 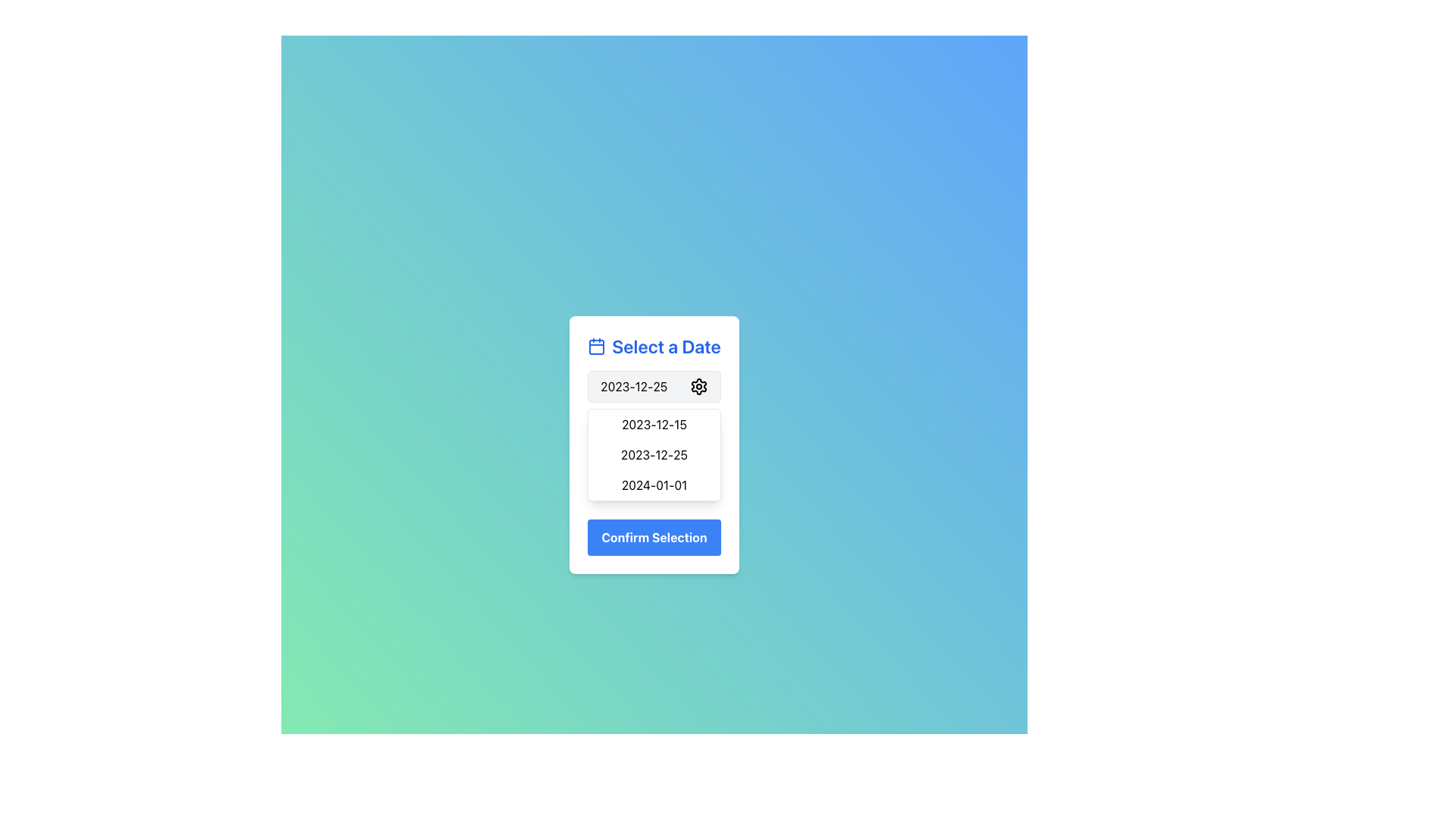 I want to click on the date entry labeled '2023-12-15' in the dropdown menu, so click(x=654, y=424).